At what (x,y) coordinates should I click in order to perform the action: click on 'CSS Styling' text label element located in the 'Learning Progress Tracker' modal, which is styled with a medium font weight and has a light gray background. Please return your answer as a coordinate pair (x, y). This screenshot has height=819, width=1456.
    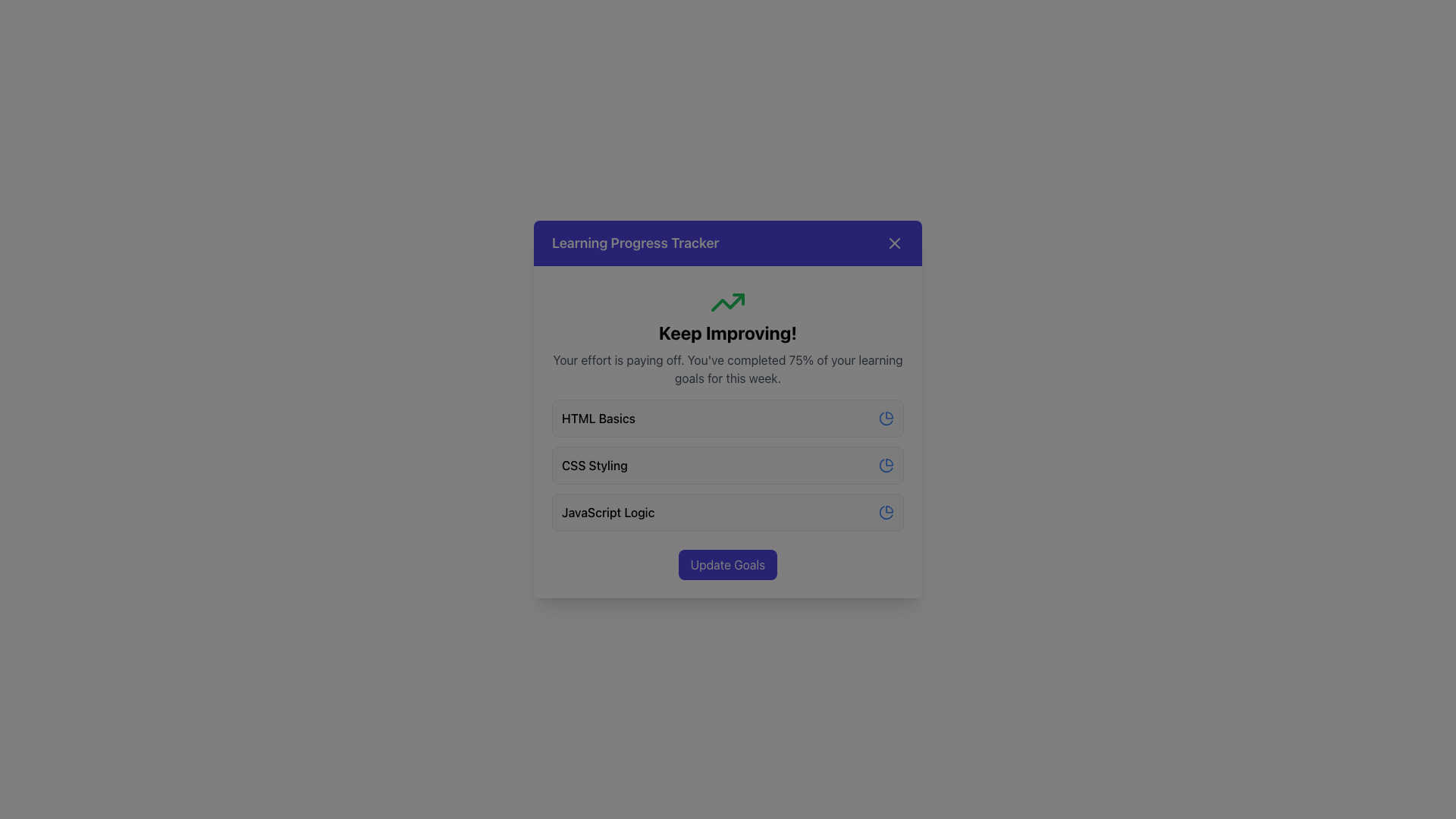
    Looking at the image, I should click on (594, 464).